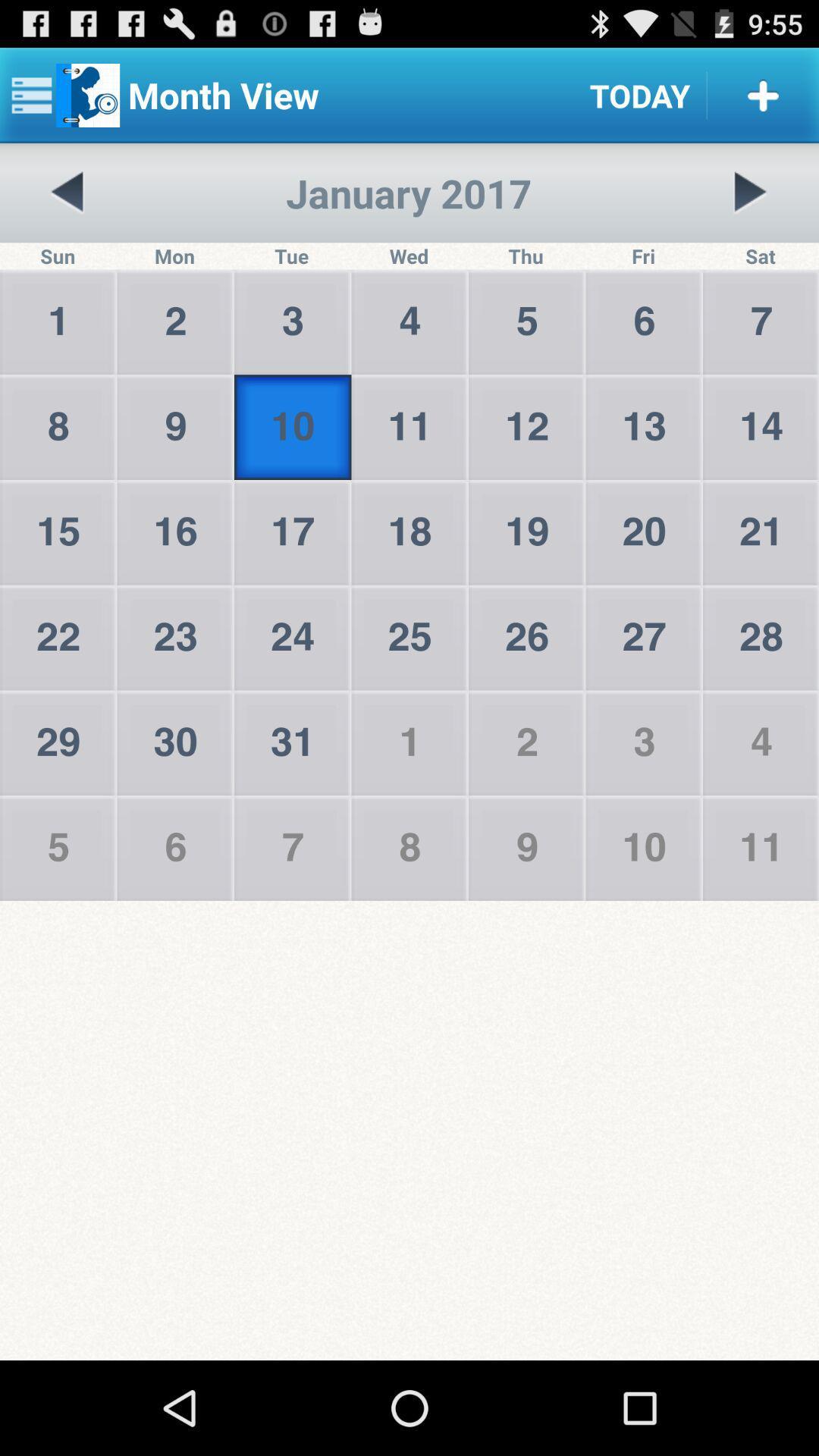 This screenshot has height=1456, width=819. Describe the element at coordinates (67, 192) in the screenshot. I see `go back` at that location.